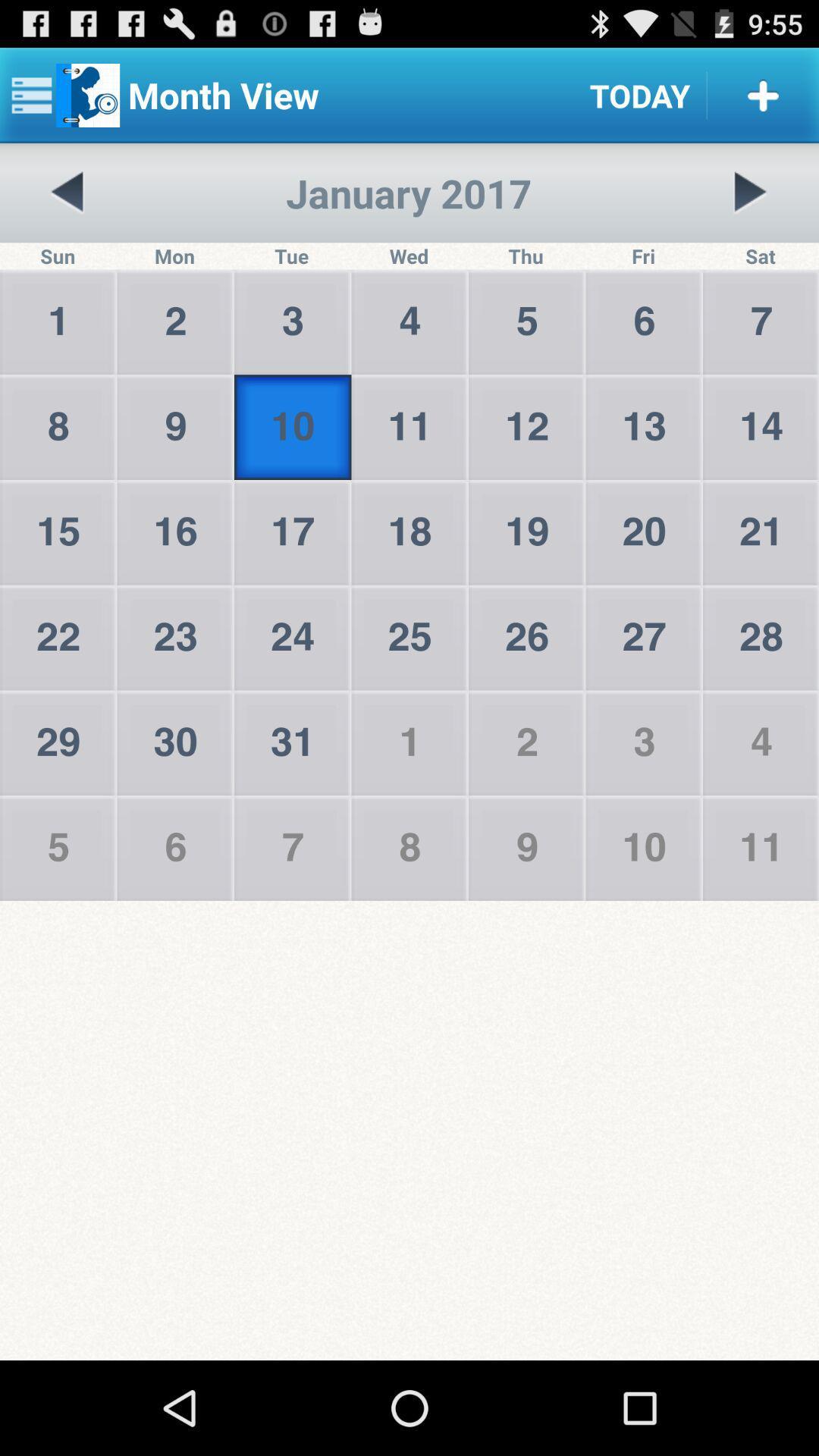 This screenshot has height=1456, width=819. Describe the element at coordinates (67, 192) in the screenshot. I see `go back` at that location.